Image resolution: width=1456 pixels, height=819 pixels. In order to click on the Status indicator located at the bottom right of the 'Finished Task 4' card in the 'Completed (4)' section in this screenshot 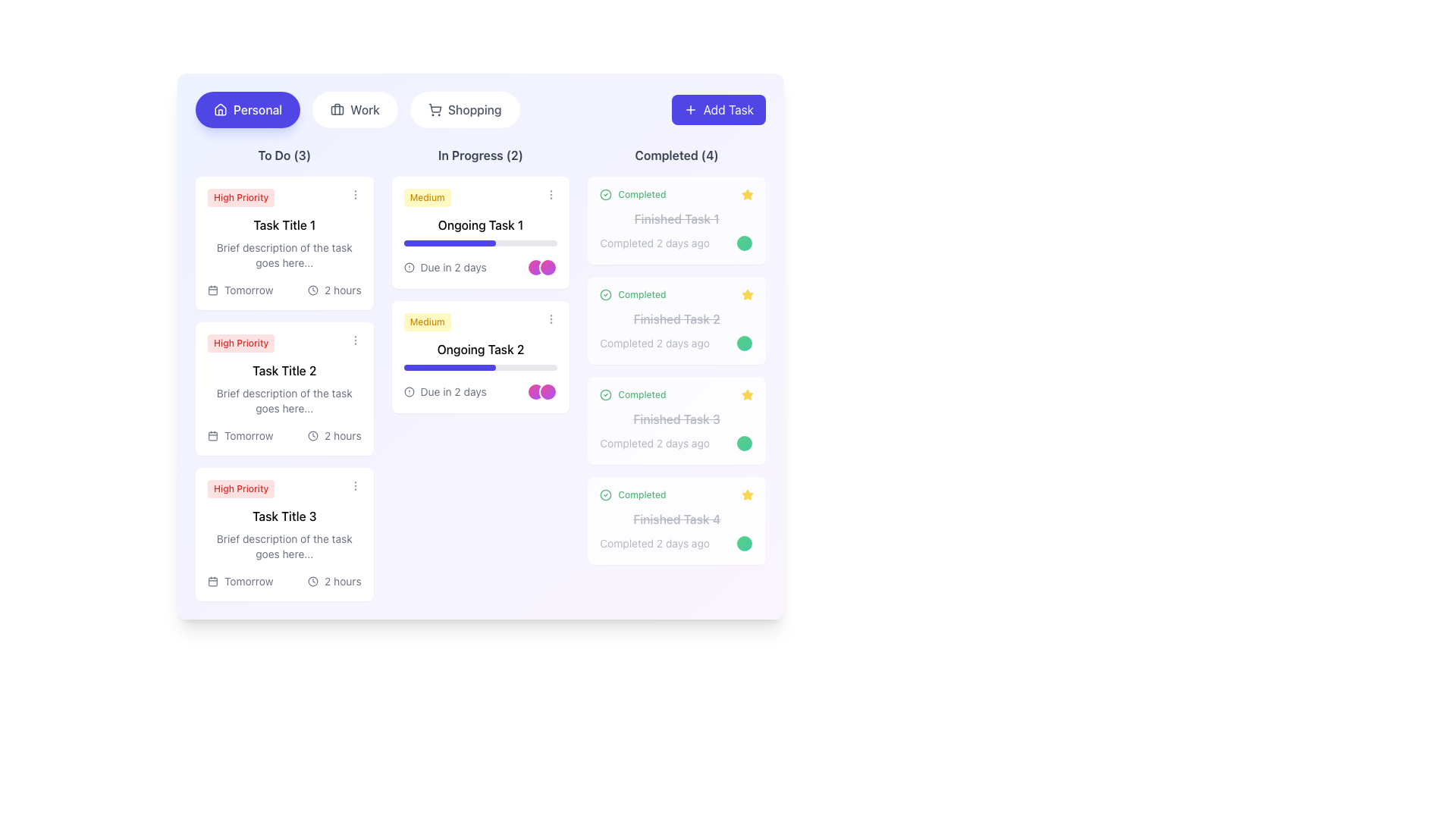, I will do `click(745, 543)`.